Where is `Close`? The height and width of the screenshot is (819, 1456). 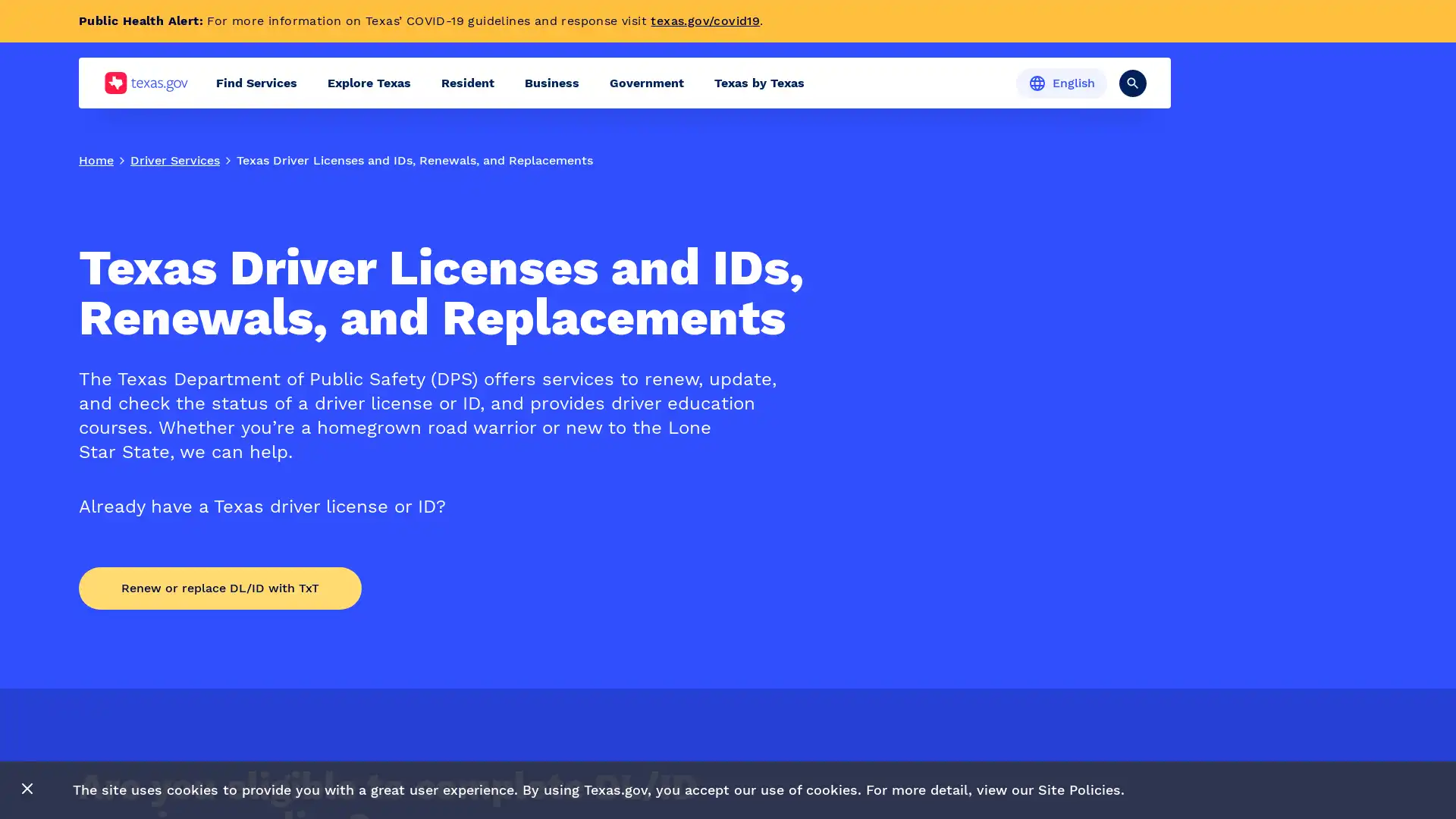
Close is located at coordinates (27, 789).